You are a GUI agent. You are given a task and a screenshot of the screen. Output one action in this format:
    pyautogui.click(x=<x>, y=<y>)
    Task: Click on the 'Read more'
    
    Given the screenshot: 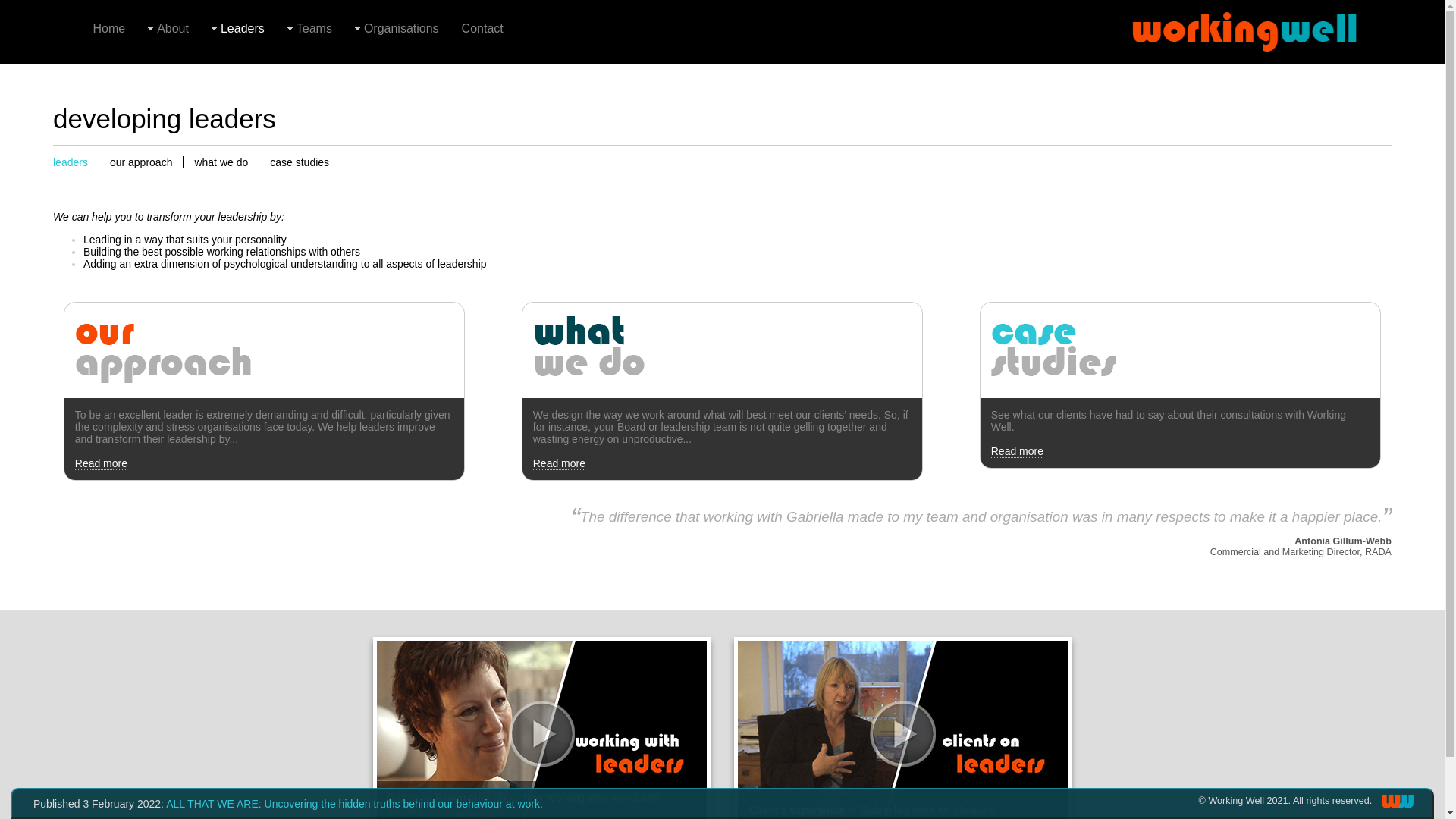 What is the action you would take?
    pyautogui.click(x=558, y=462)
    